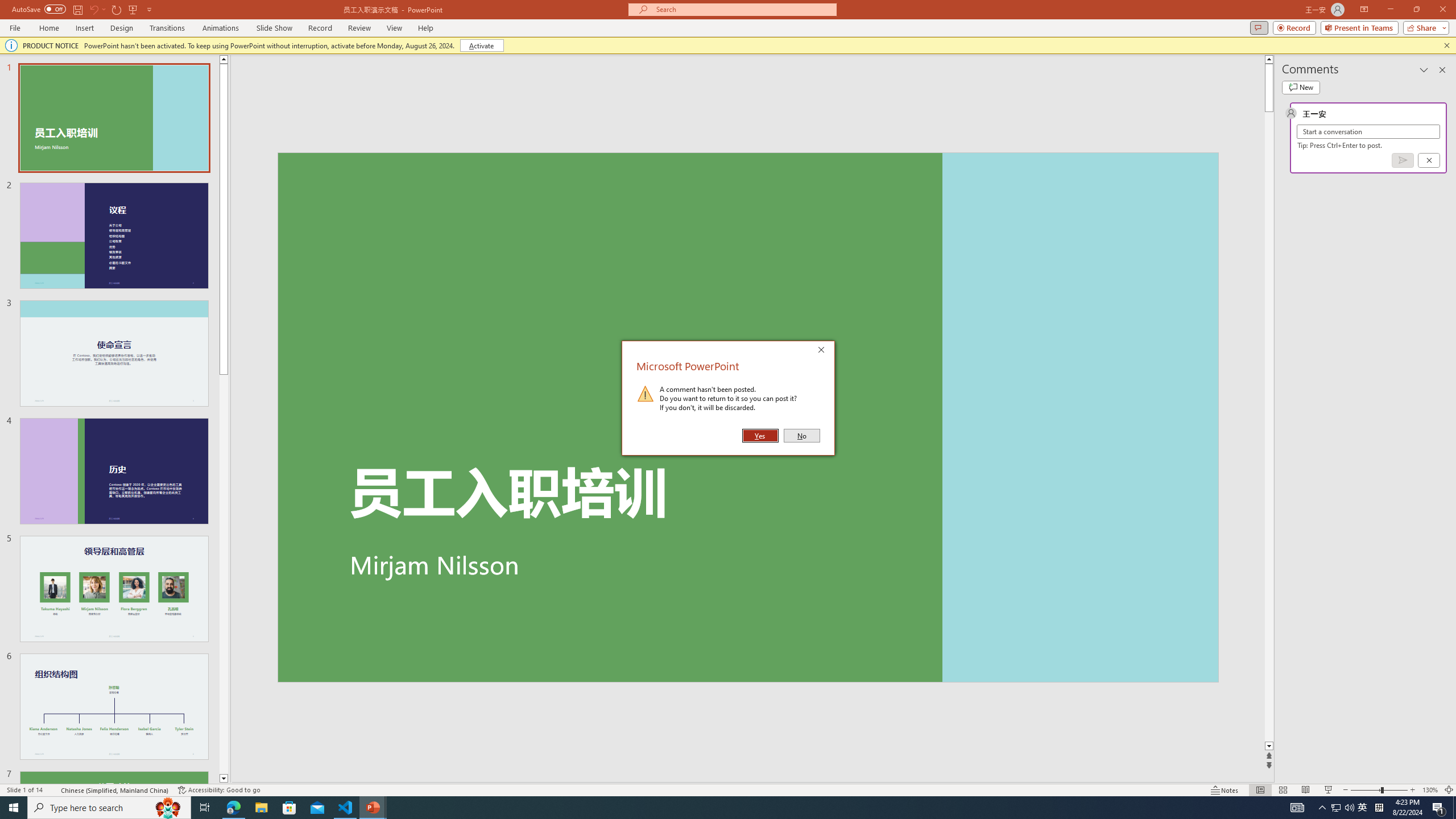  Describe the element at coordinates (373, 806) in the screenshot. I see `'PowerPoint - 2 running windows'` at that location.